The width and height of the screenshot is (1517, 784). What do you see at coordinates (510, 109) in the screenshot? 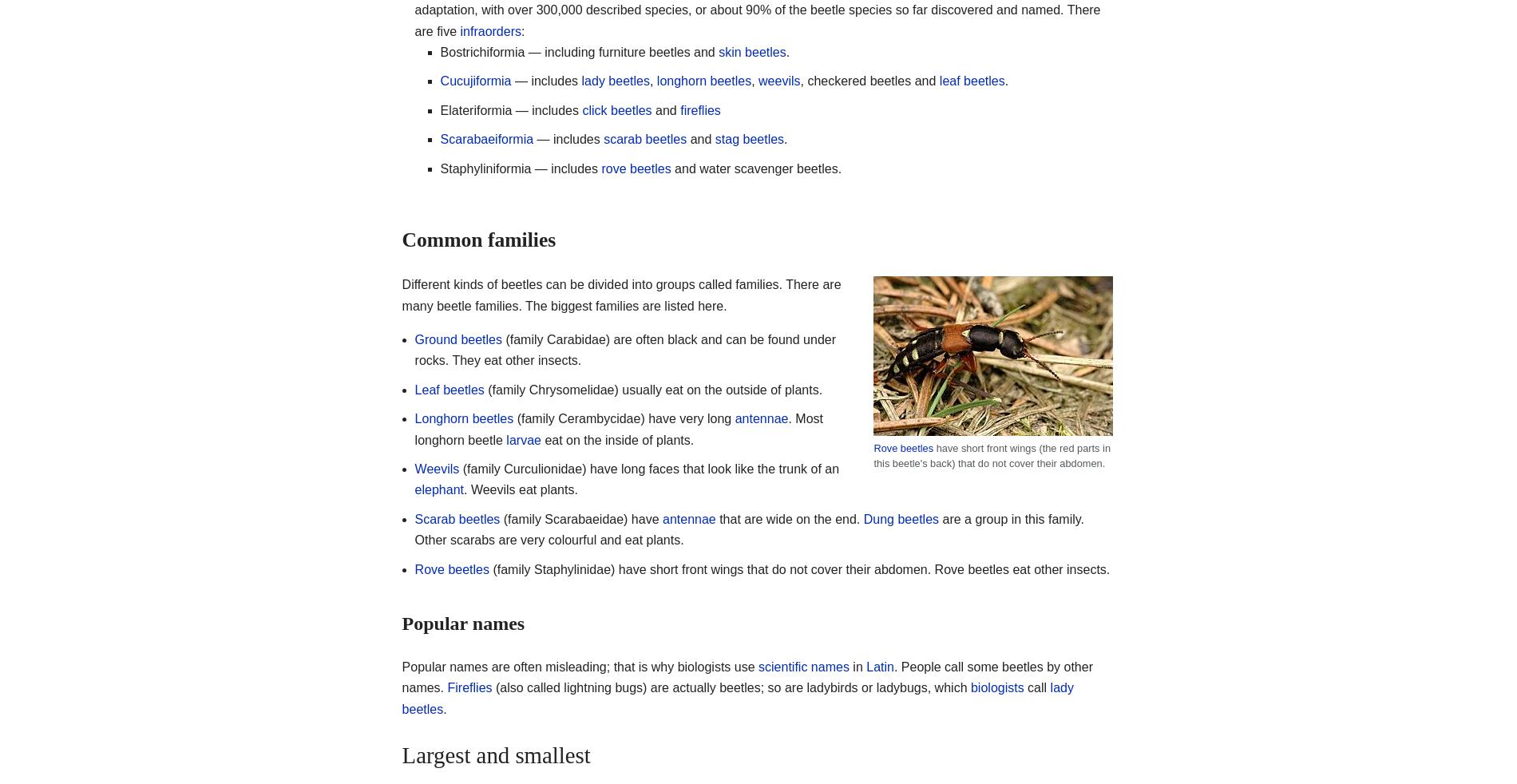
I see `'Elateriformia — includes'` at bounding box center [510, 109].